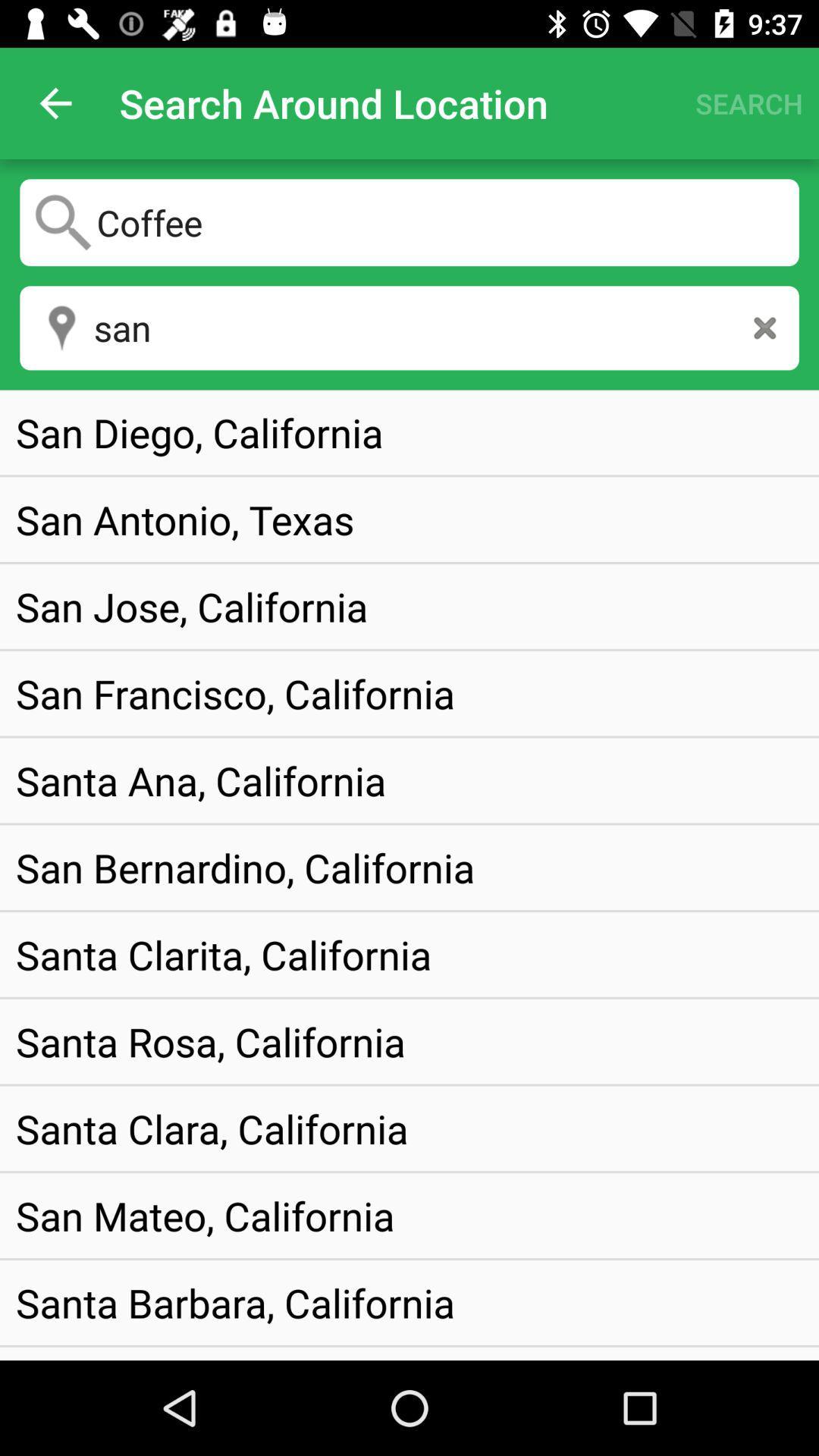  What do you see at coordinates (244, 868) in the screenshot?
I see `icon below santa ana, california item` at bounding box center [244, 868].